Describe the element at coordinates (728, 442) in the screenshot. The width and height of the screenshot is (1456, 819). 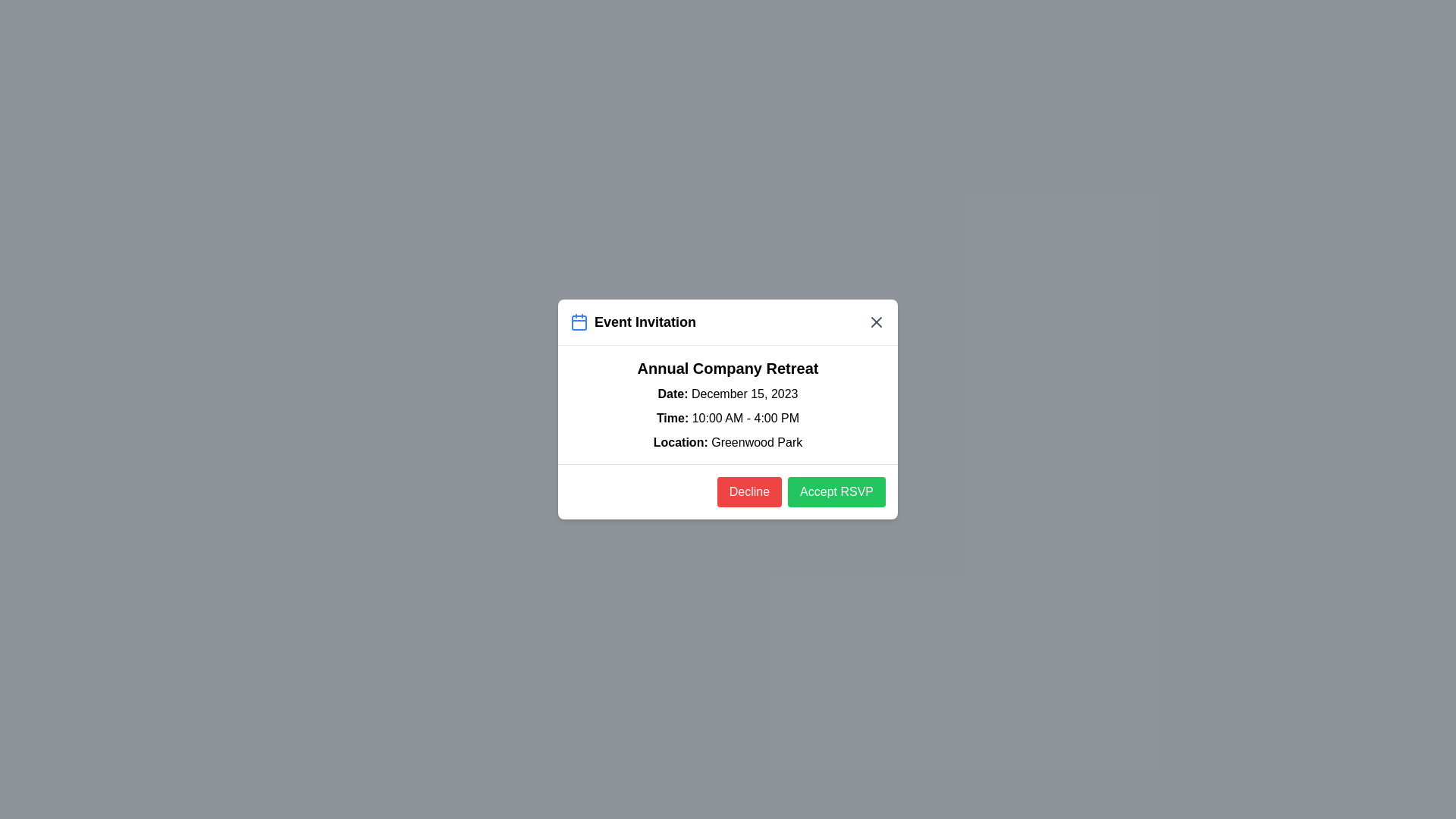
I see `the static text displaying 'Location: Greenwood Park', which is located at the bottom part of the informational box` at that location.